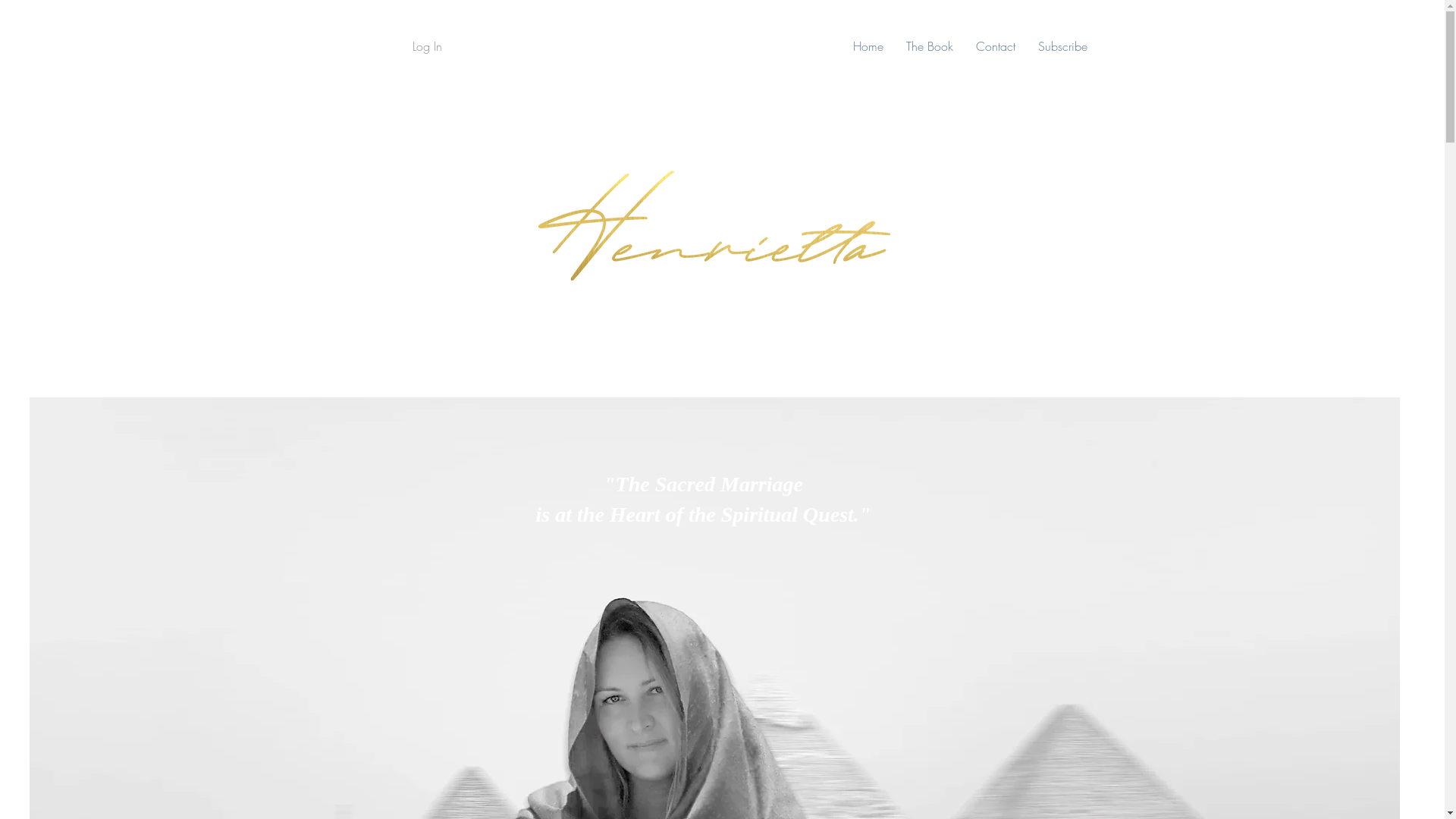 This screenshot has height=819, width=1456. I want to click on 'The Book', so click(928, 45).